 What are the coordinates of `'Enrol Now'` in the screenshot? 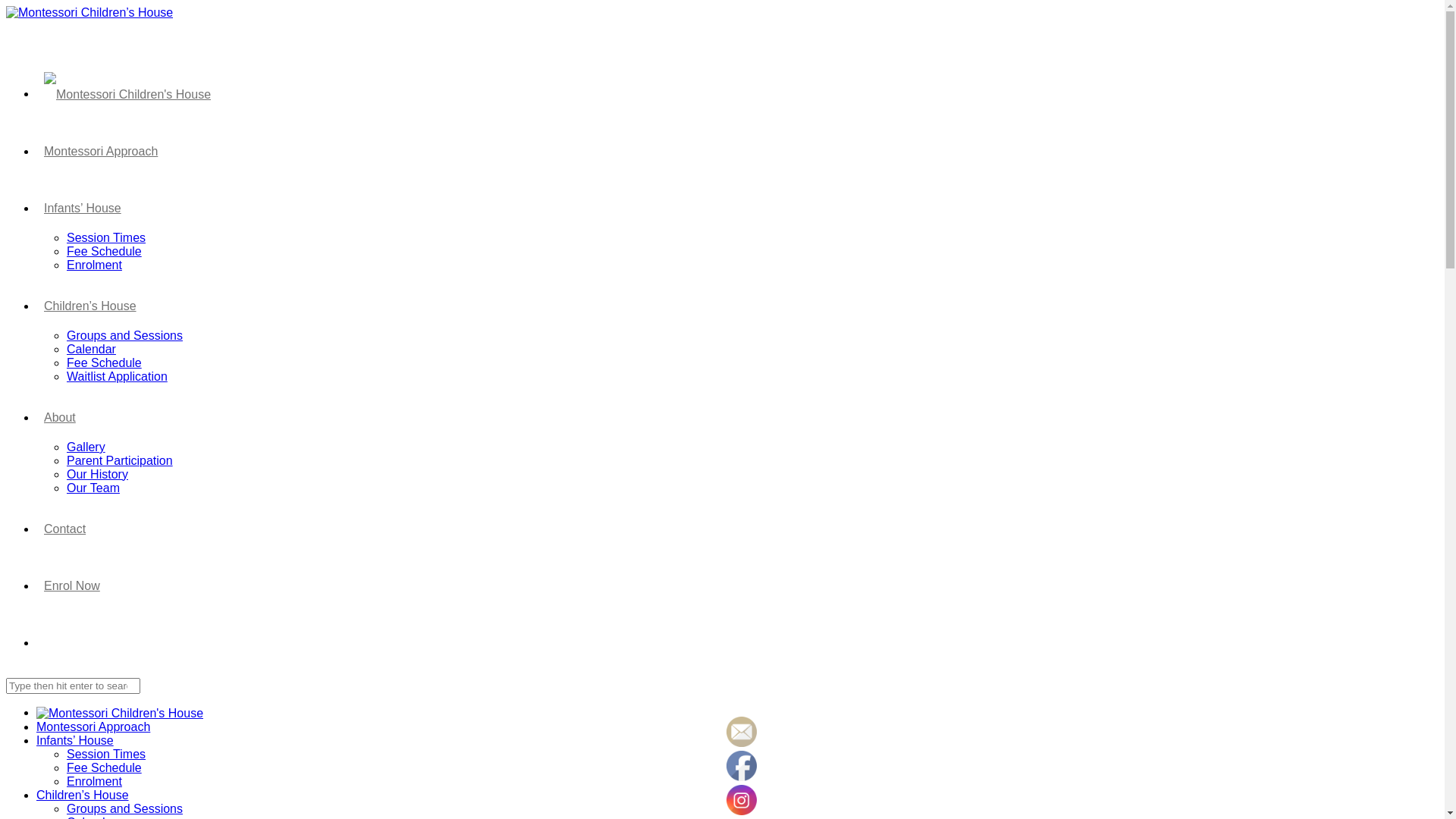 It's located at (71, 583).